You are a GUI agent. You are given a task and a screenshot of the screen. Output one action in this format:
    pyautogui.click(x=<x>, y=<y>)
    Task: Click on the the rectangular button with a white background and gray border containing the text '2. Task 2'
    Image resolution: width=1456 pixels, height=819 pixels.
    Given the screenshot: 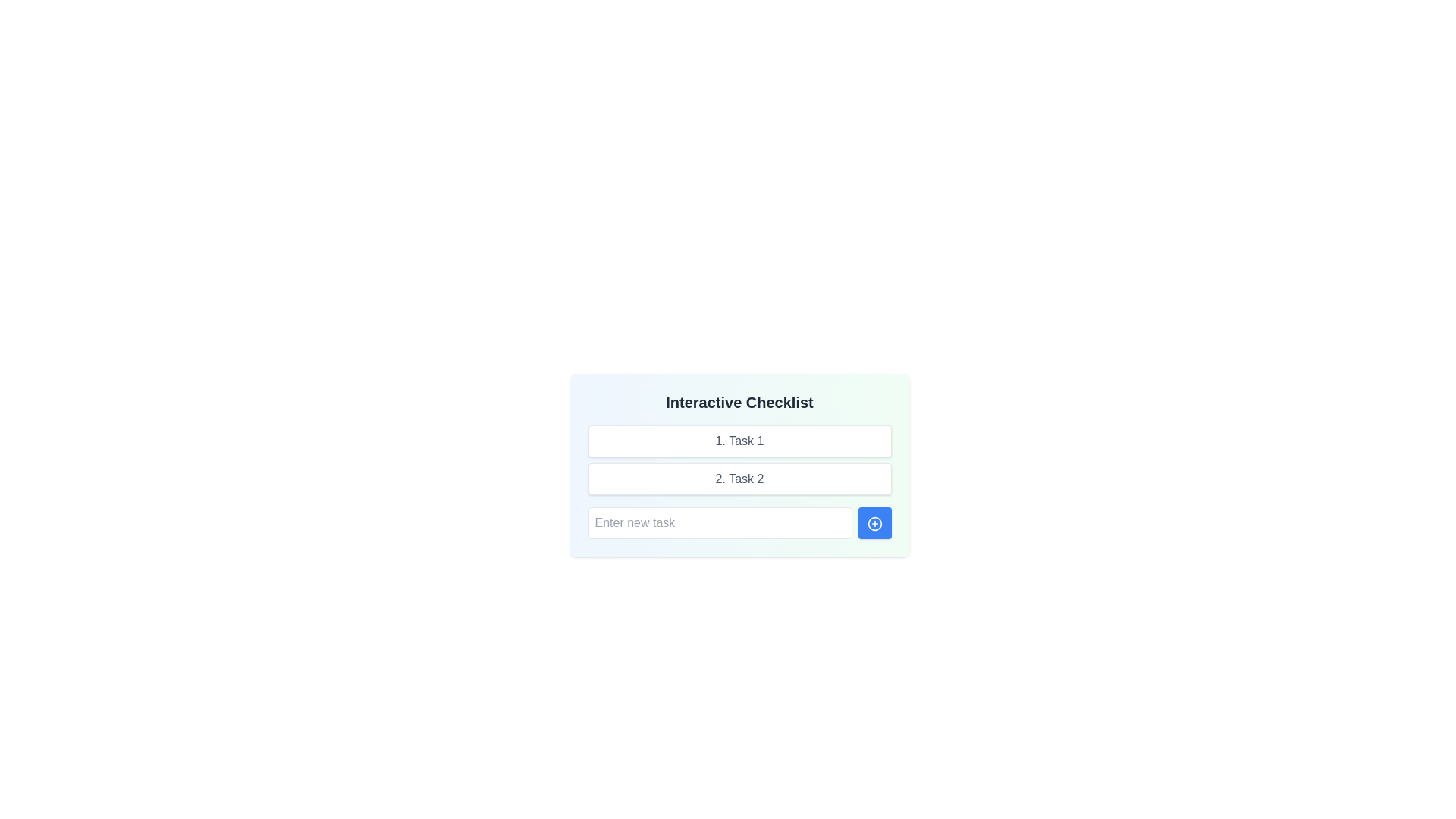 What is the action you would take?
    pyautogui.click(x=739, y=479)
    